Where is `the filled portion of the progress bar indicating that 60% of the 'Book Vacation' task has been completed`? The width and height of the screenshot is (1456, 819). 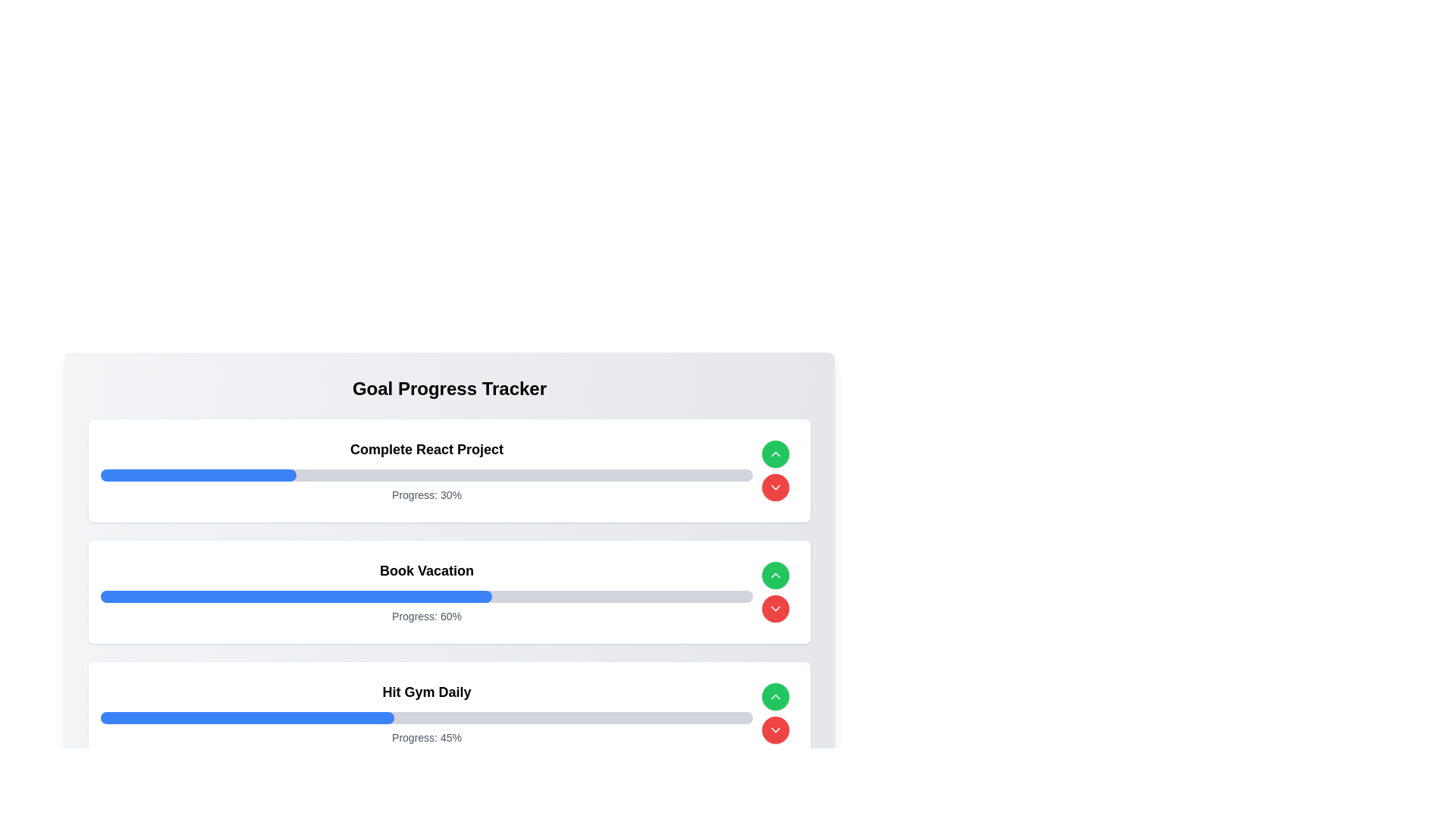
the filled portion of the progress bar indicating that 60% of the 'Book Vacation' task has been completed is located at coordinates (296, 595).